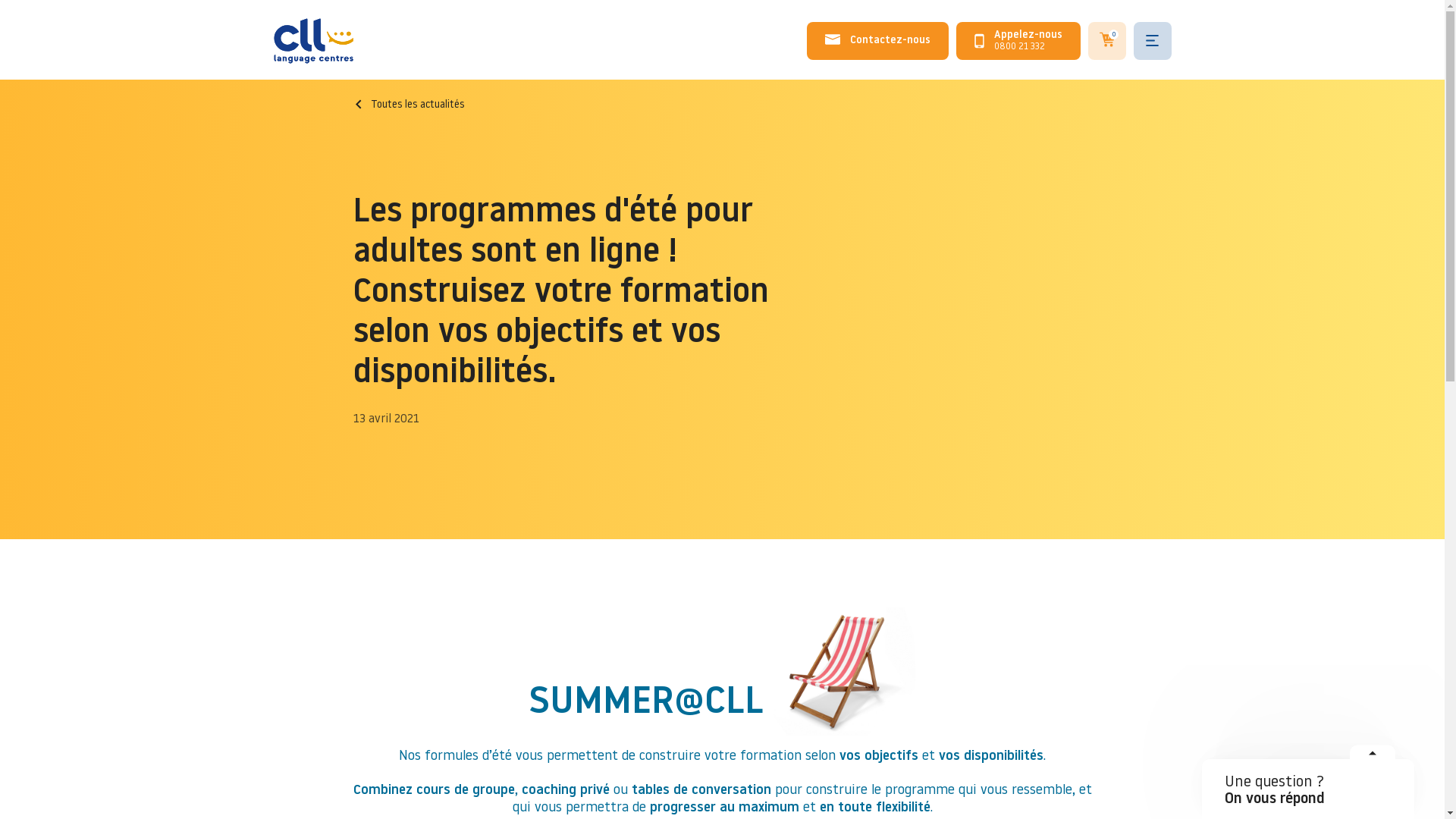 The width and height of the screenshot is (1456, 819). What do you see at coordinates (1087, 40) in the screenshot?
I see `'0'` at bounding box center [1087, 40].